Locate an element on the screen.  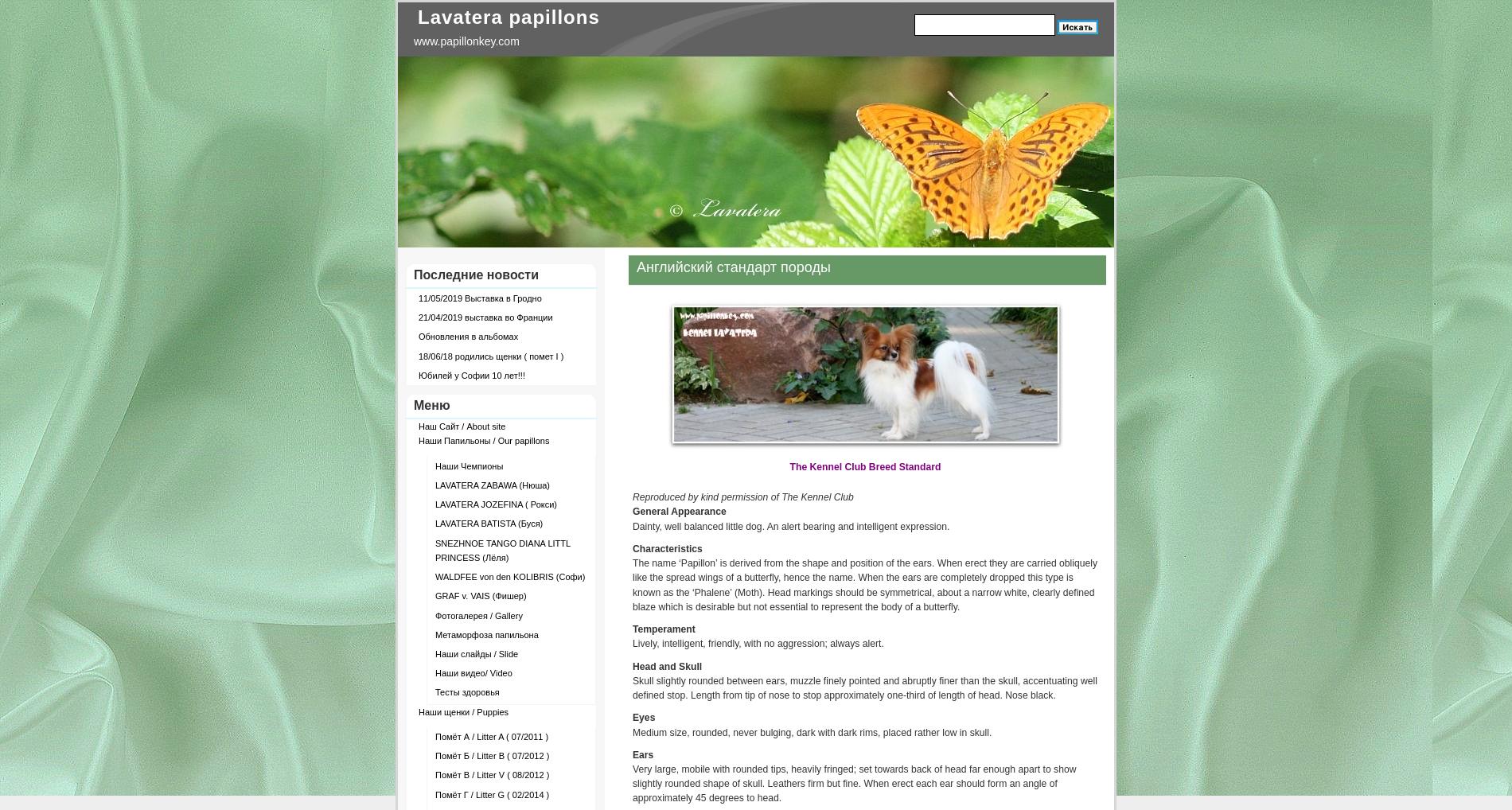
'LAVATERA ZABAWA (Нюша)' is located at coordinates (435, 484).